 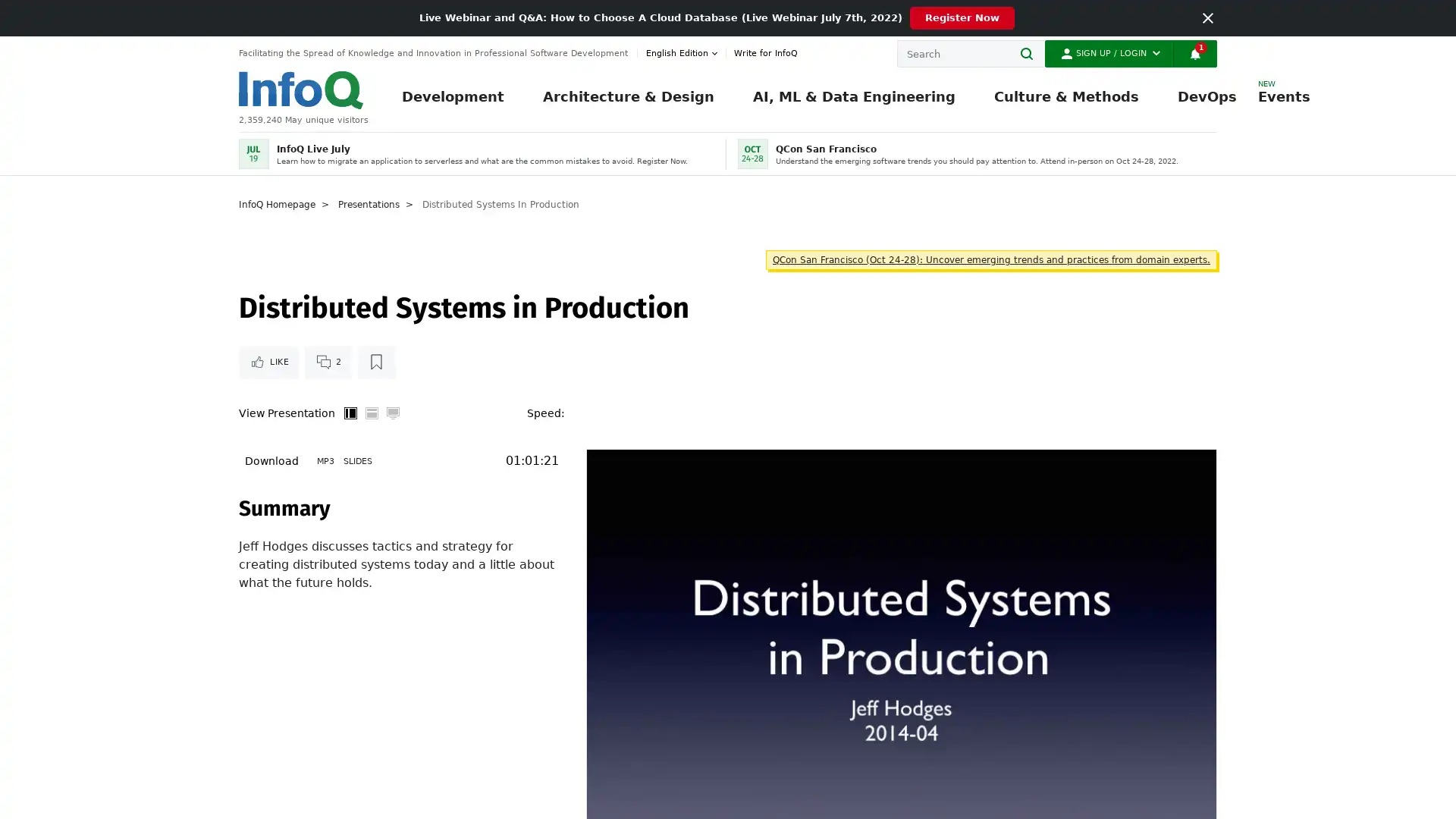 I want to click on Vertical, so click(x=349, y=422).